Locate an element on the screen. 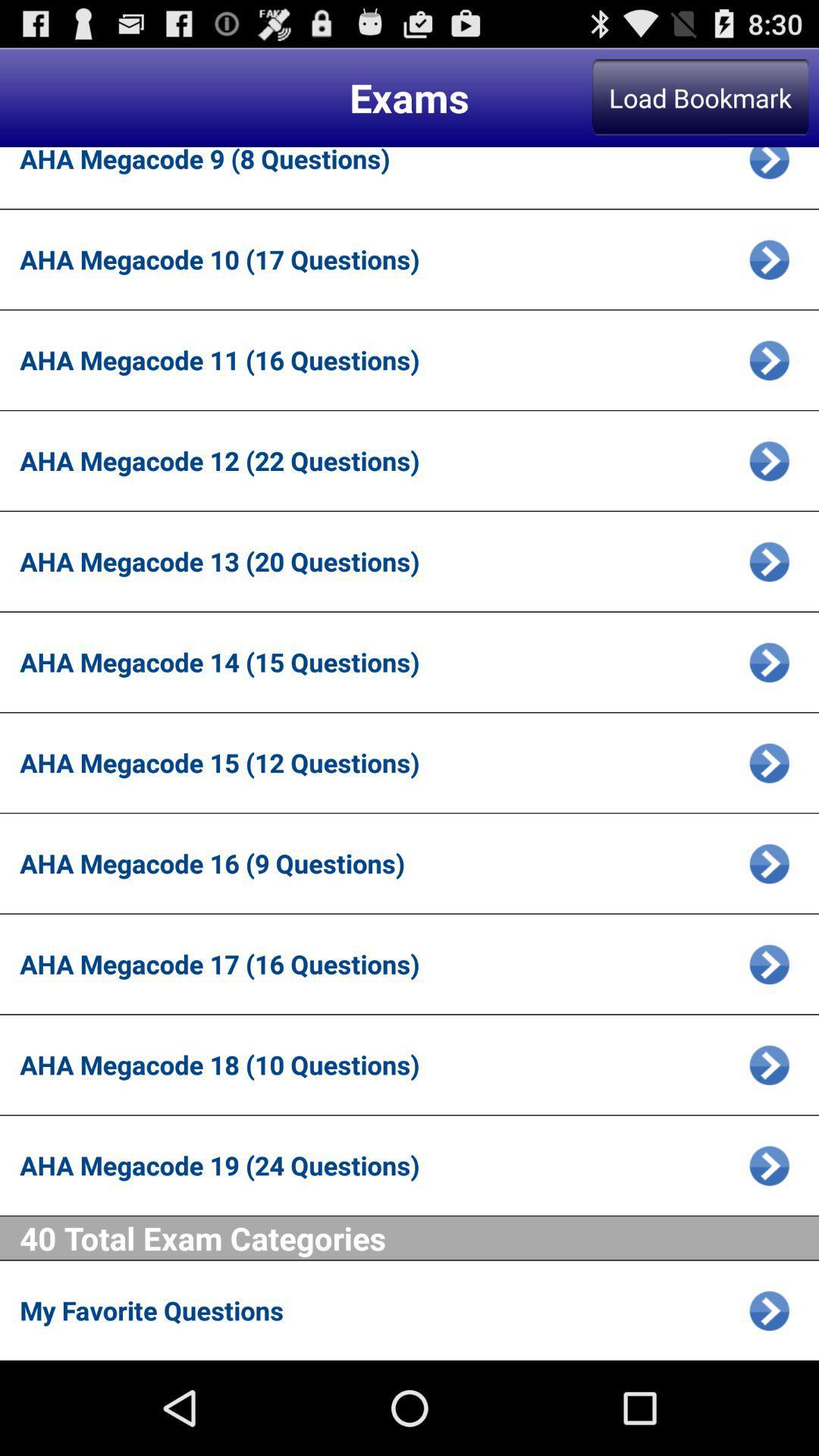 The image size is (819, 1456). the app next to the exams is located at coordinates (700, 96).